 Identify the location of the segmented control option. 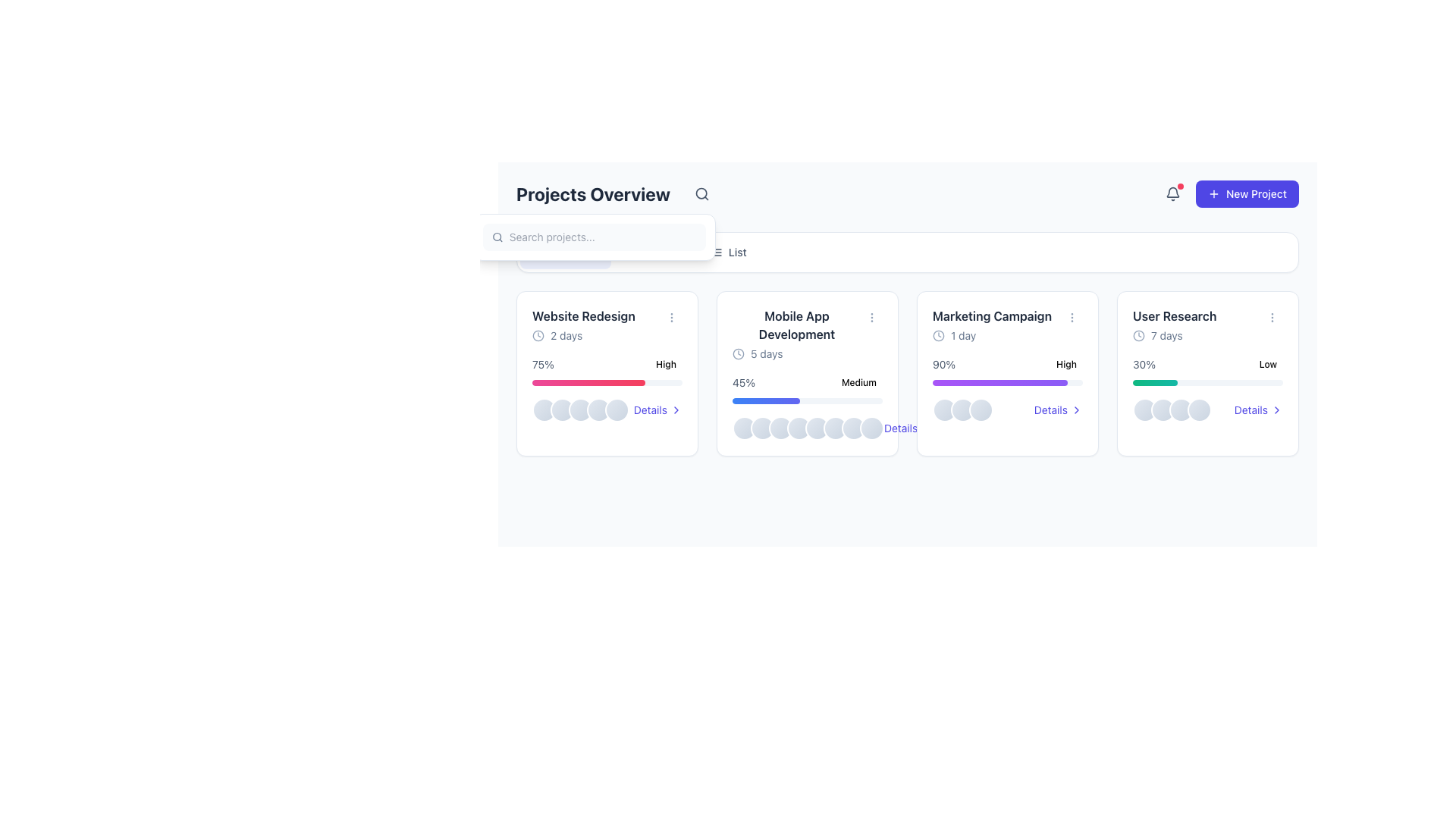
(907, 251).